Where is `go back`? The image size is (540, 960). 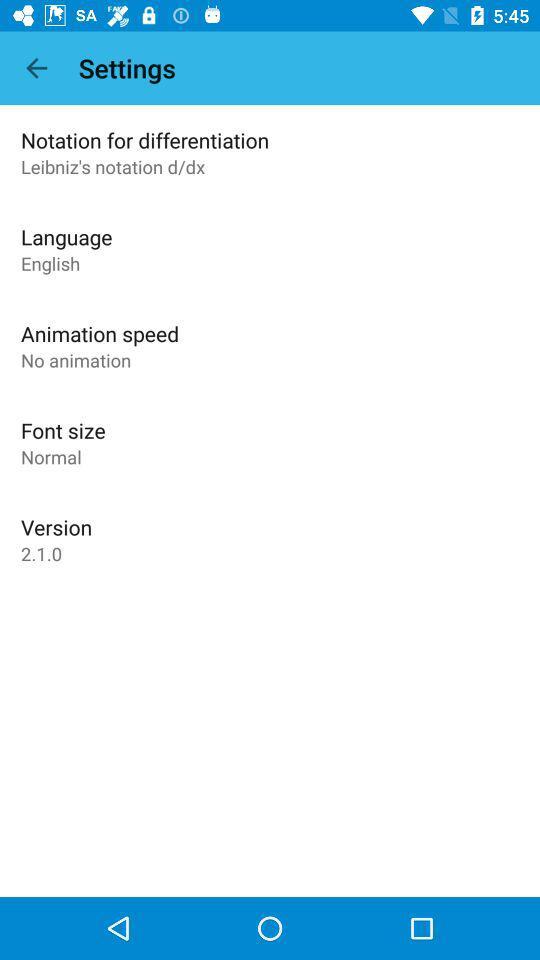 go back is located at coordinates (36, 68).